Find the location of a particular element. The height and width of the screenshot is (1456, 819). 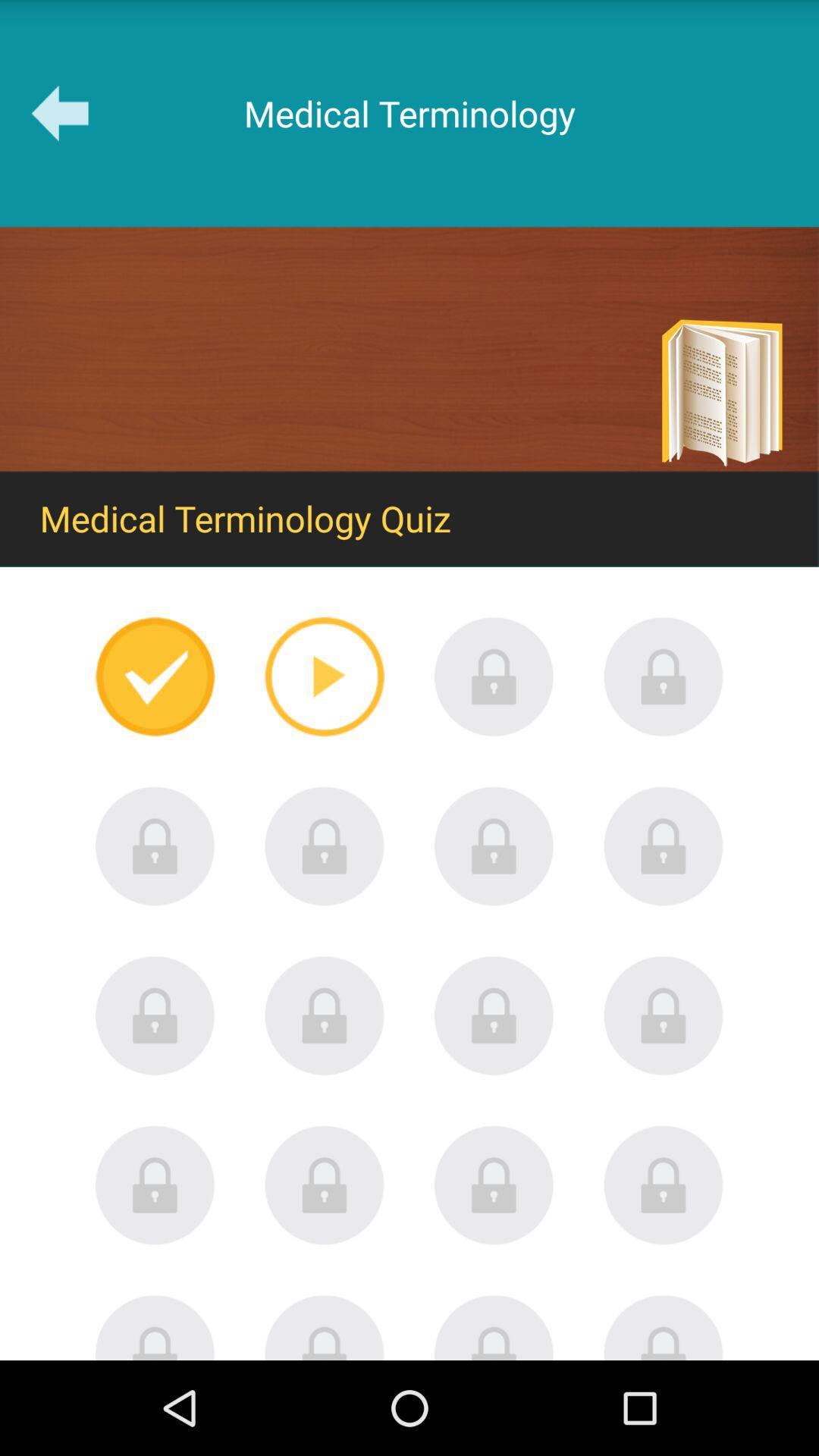

unlock quiz is located at coordinates (324, 846).